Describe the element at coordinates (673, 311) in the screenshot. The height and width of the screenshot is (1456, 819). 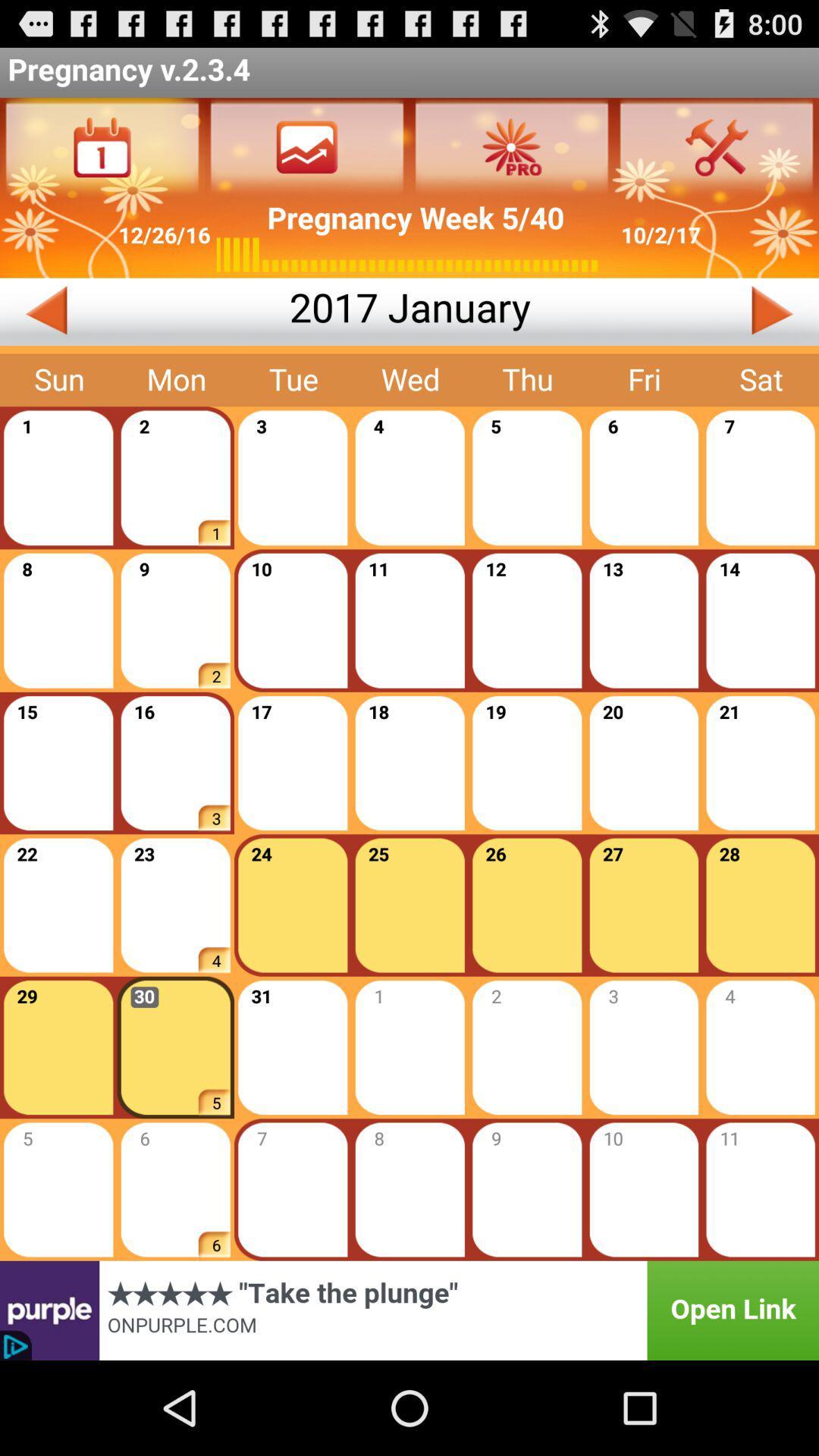
I see `next` at that location.